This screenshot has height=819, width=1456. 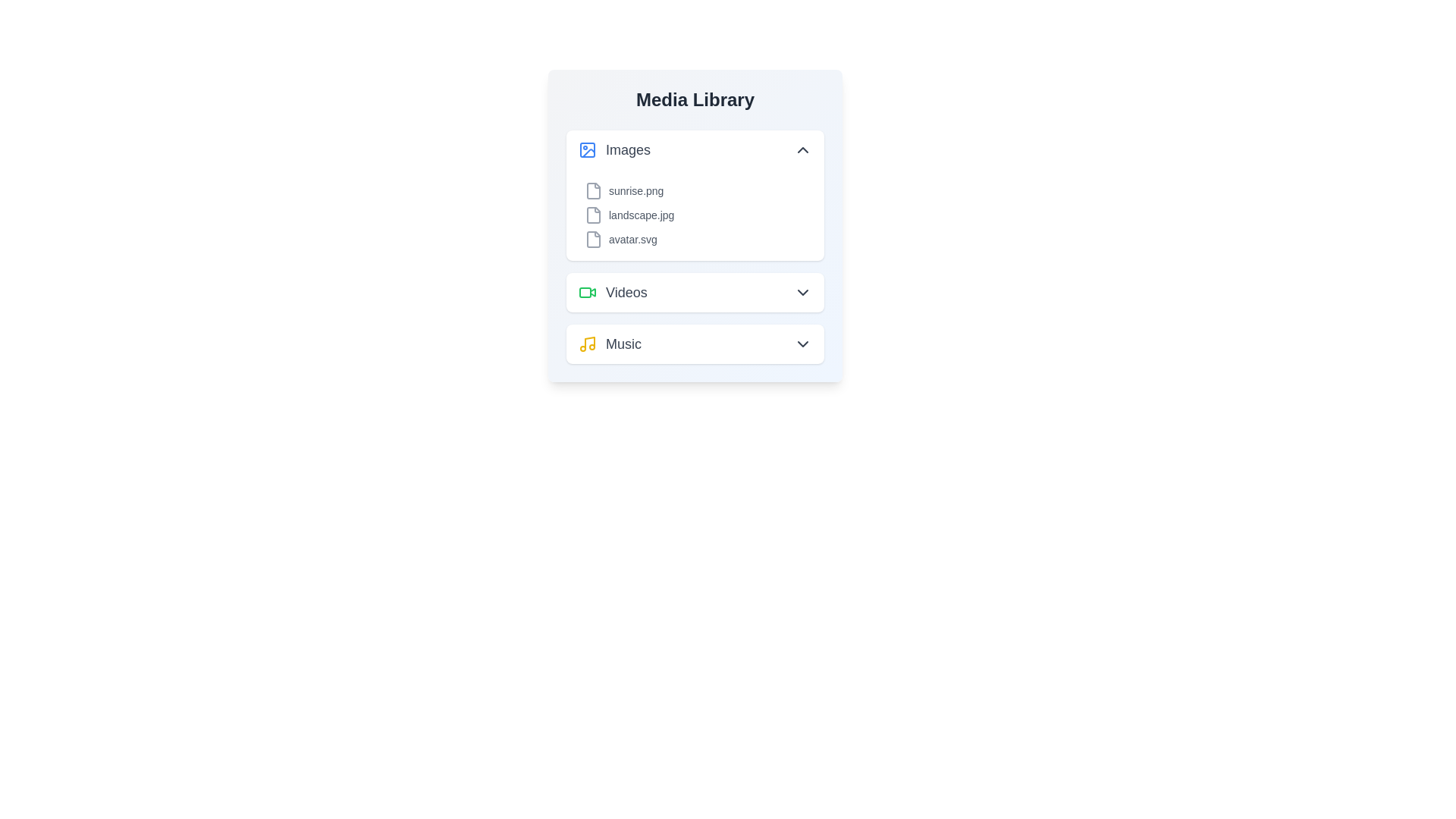 I want to click on the Chevron toggle icon located at the far-right of the 'Images' section header for keyboard navigation, so click(x=802, y=149).